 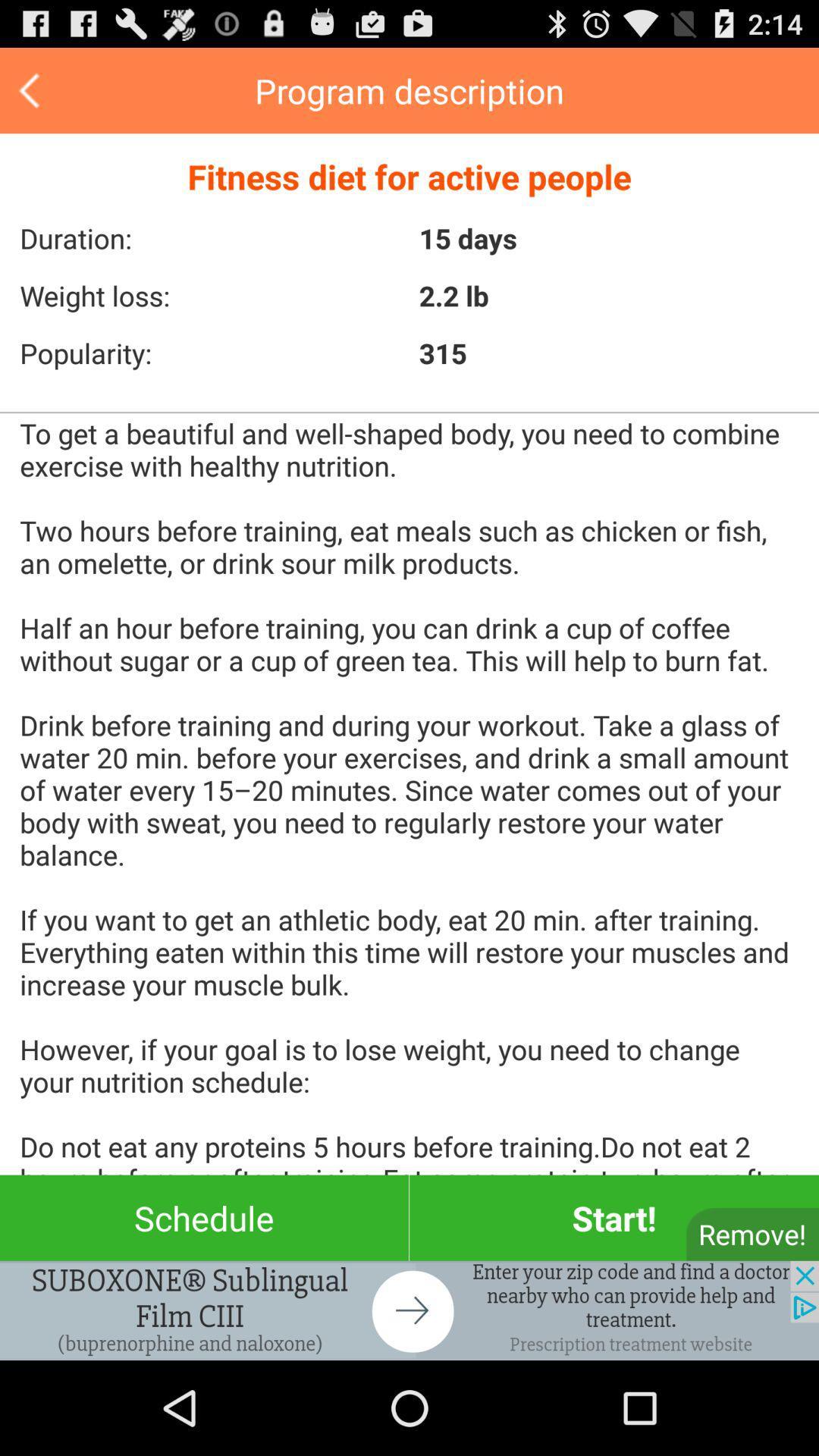 What do you see at coordinates (614, 1218) in the screenshot?
I see `the green text box start from bottom` at bounding box center [614, 1218].